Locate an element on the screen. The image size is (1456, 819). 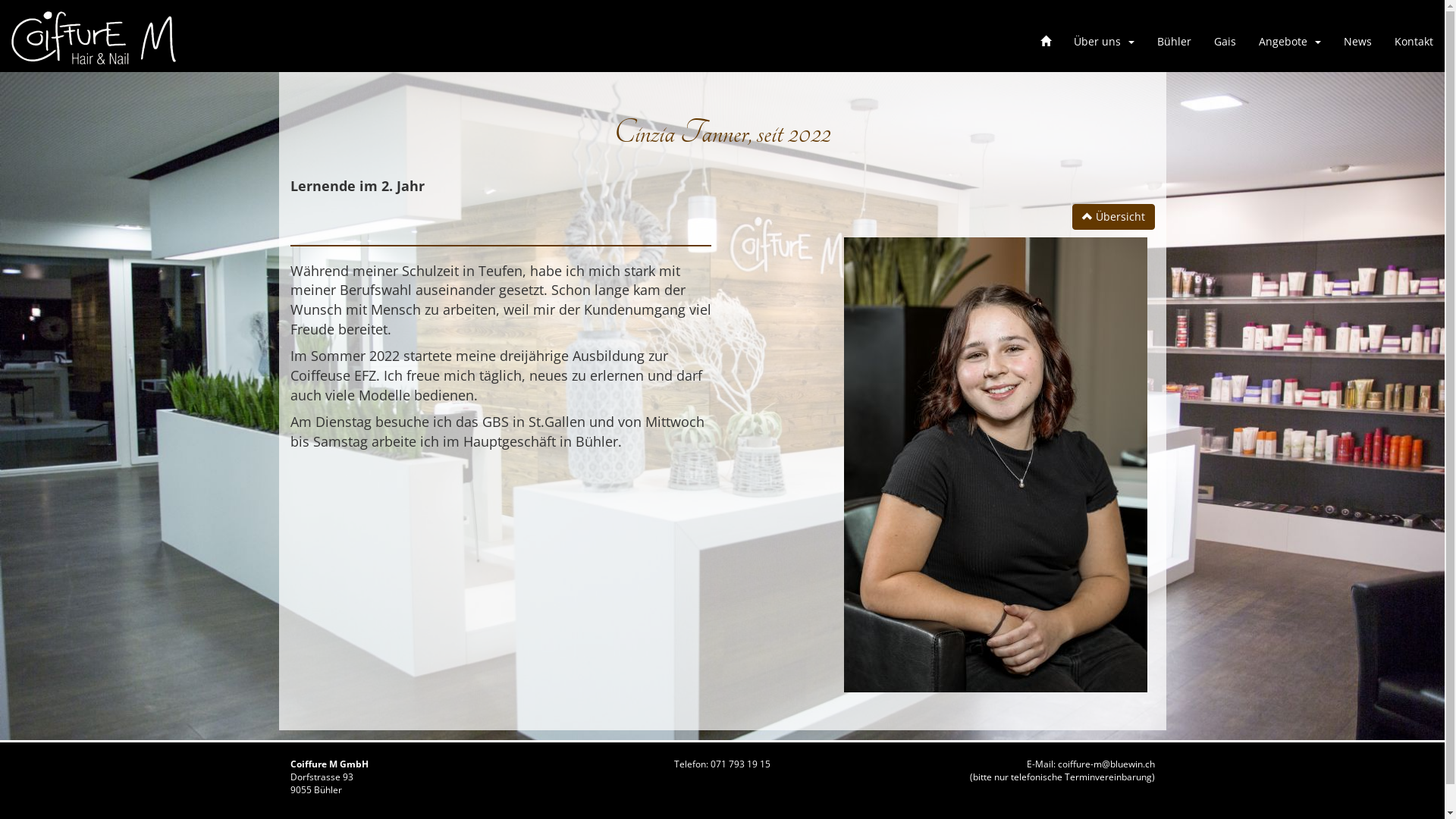
'News' is located at coordinates (1357, 40).